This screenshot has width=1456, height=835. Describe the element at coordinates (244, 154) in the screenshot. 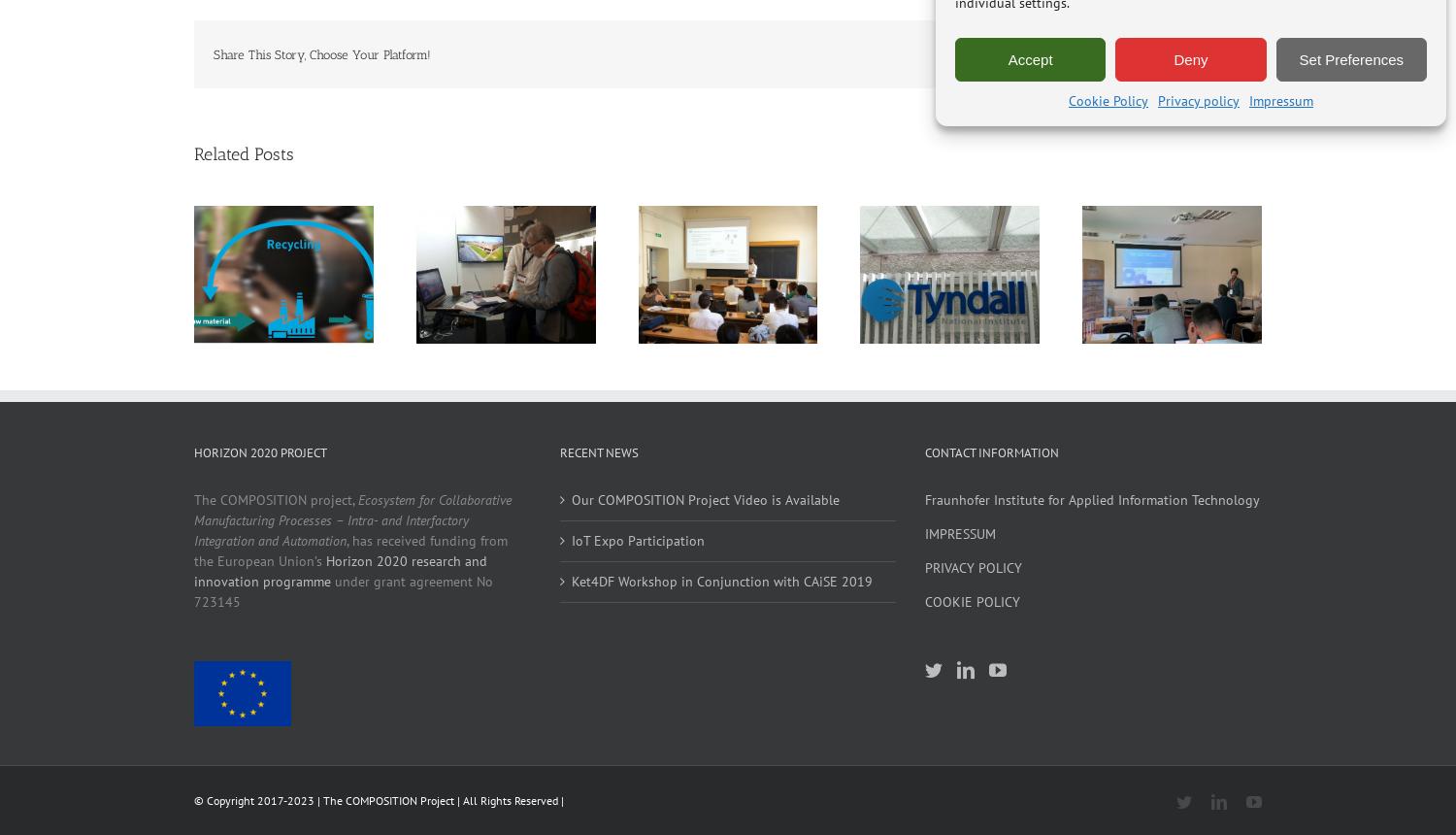

I see `'Related Posts'` at that location.